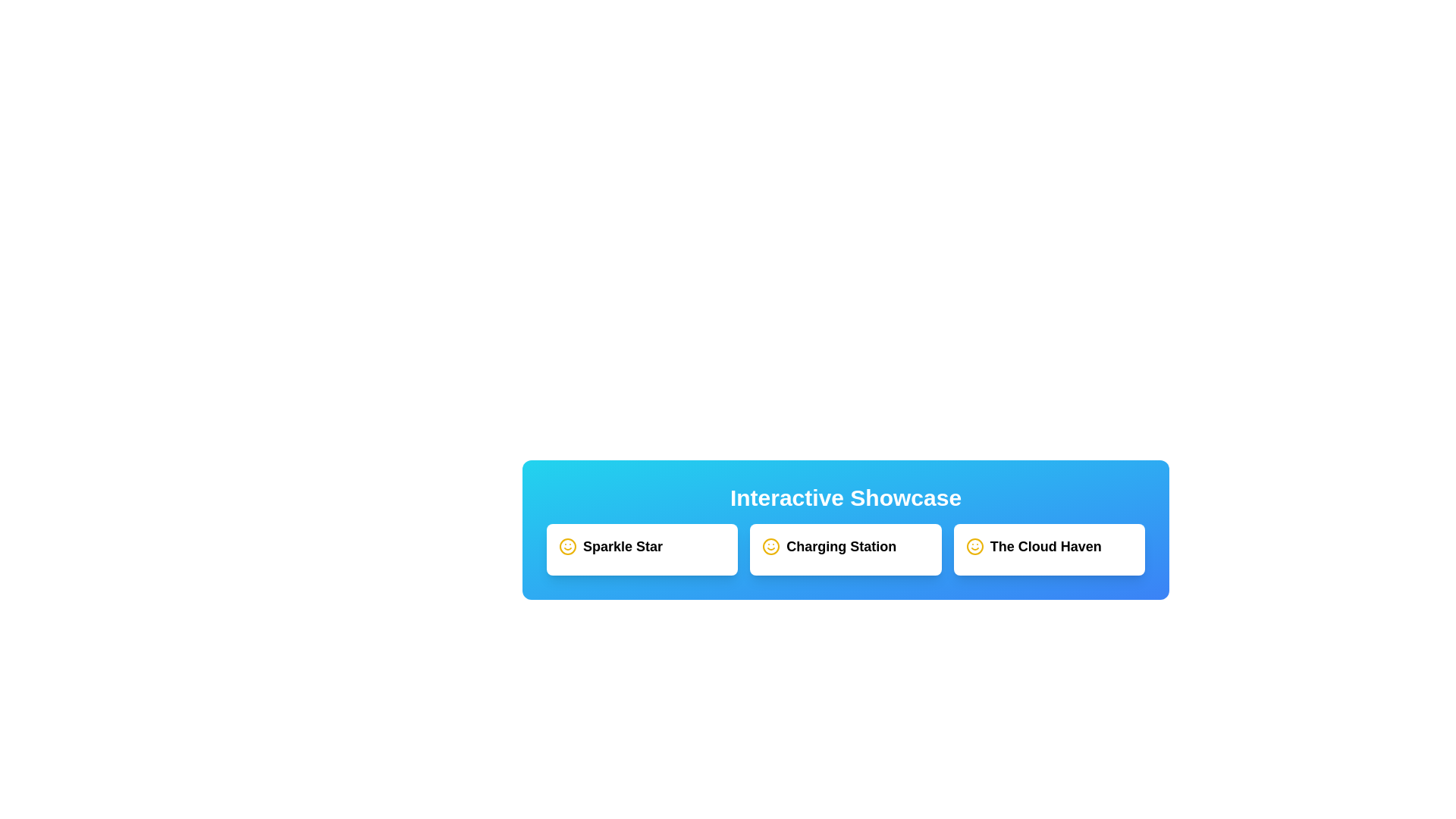 This screenshot has height=819, width=1456. I want to click on the second card in the three-card layout, which features a white background with rounded corners and contains a yellow smiley face icon alongside the bold text 'Charging Station', so click(845, 550).